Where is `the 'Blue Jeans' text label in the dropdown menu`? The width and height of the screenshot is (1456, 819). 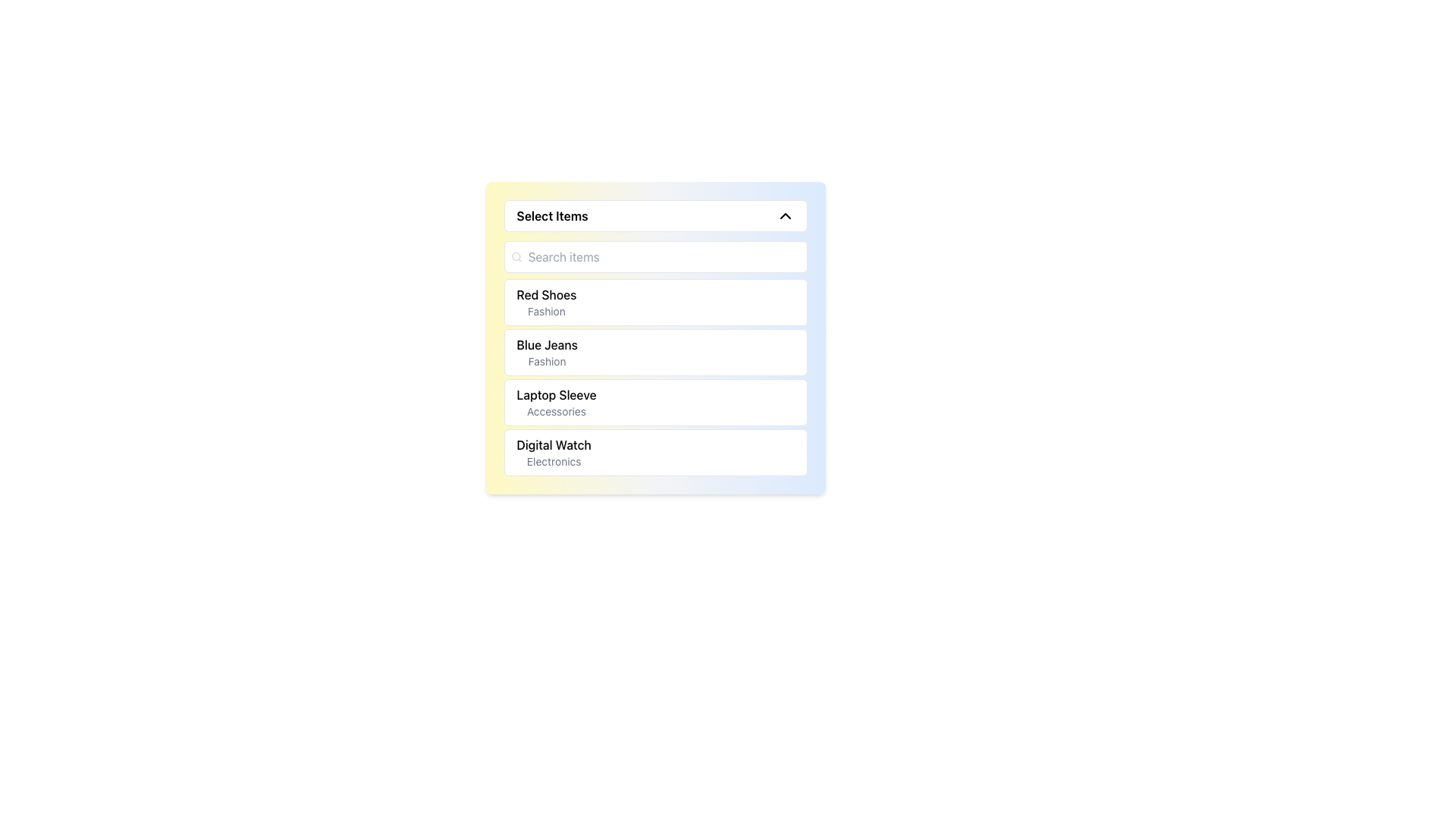 the 'Blue Jeans' text label in the dropdown menu is located at coordinates (546, 353).